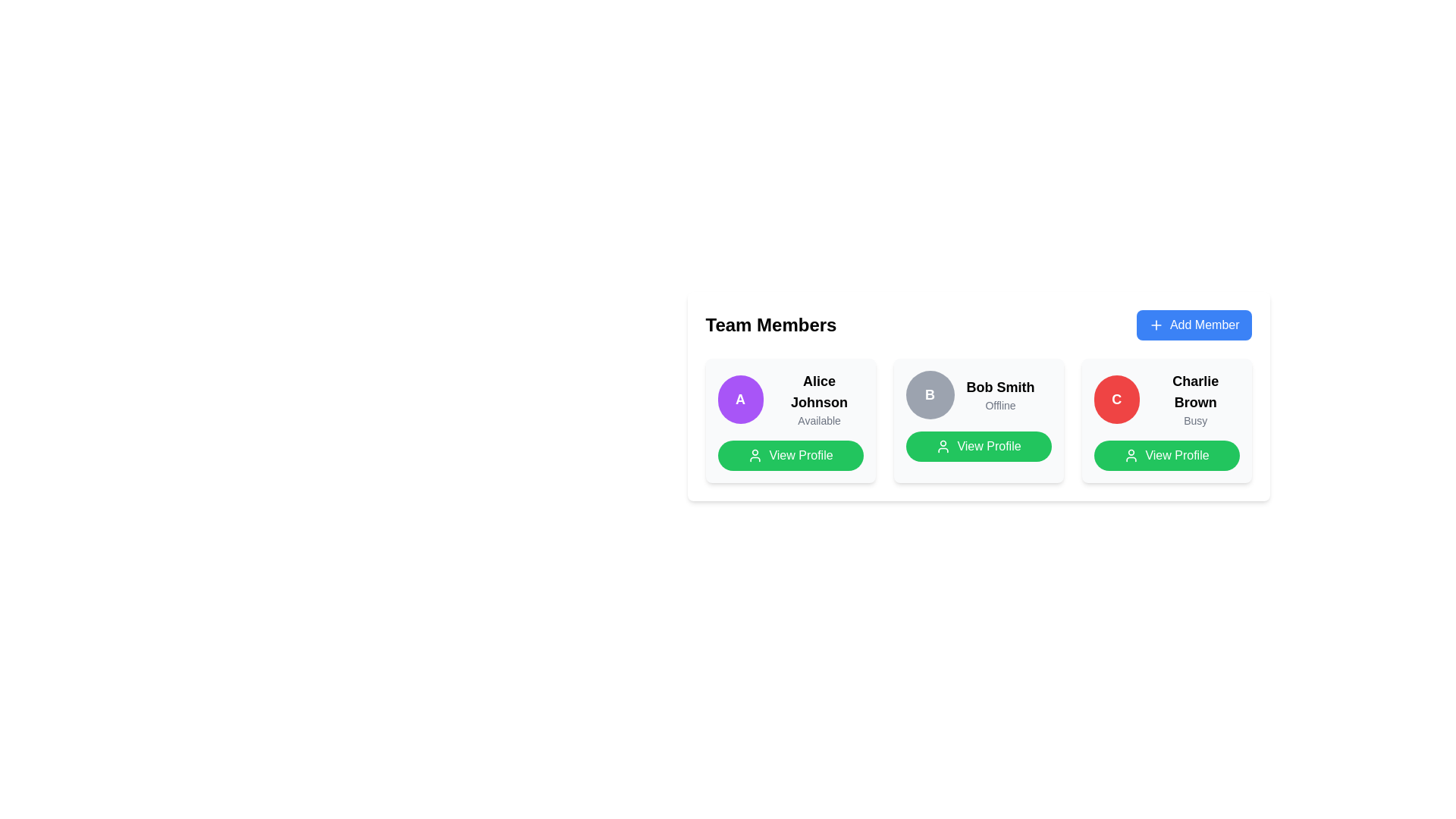 The image size is (1456, 819). Describe the element at coordinates (1166, 455) in the screenshot. I see `the button located at the bottom of the card representing 'Charlie Brown'` at that location.